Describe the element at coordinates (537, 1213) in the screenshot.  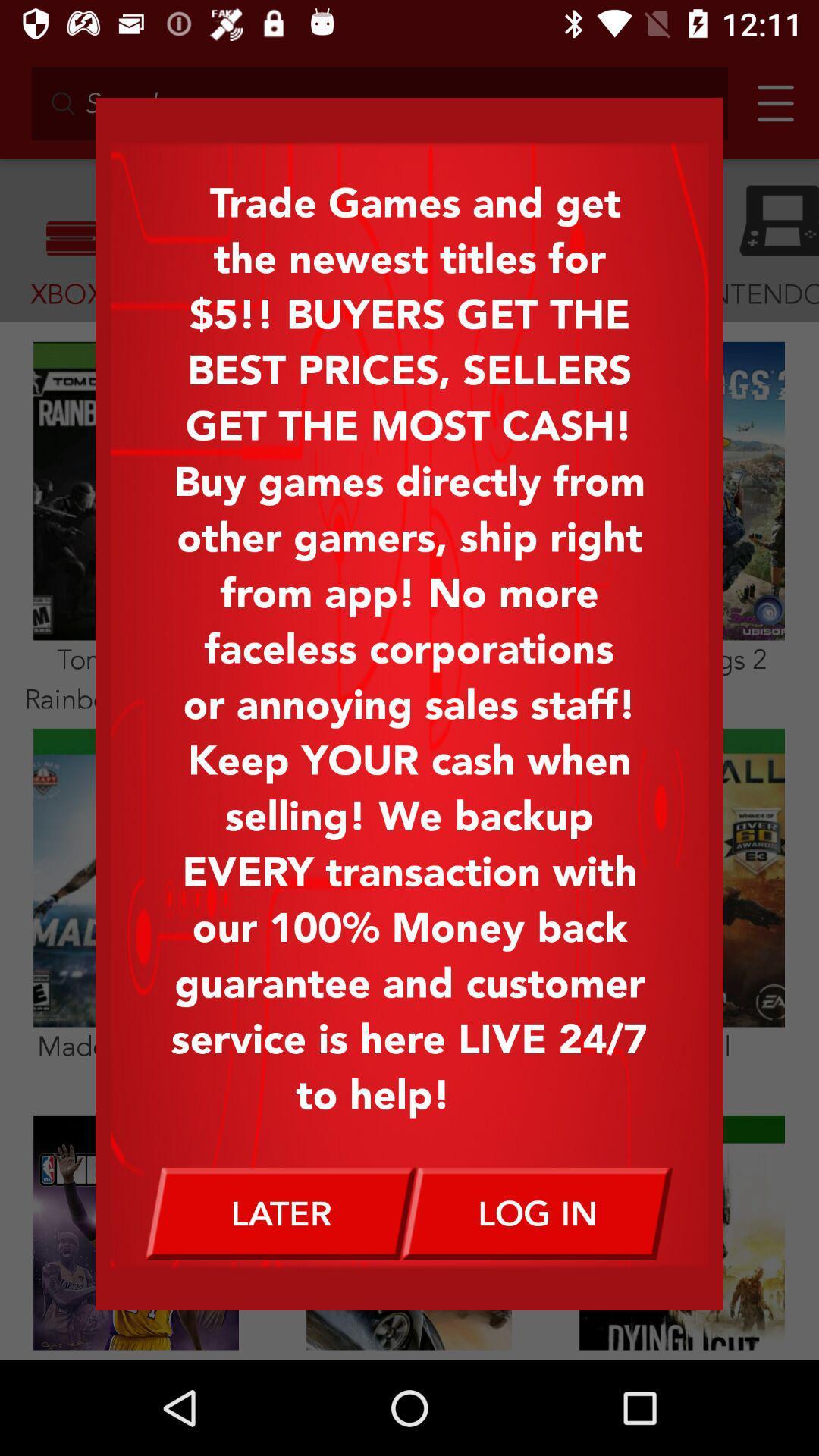
I see `the item below the trade games and item` at that location.